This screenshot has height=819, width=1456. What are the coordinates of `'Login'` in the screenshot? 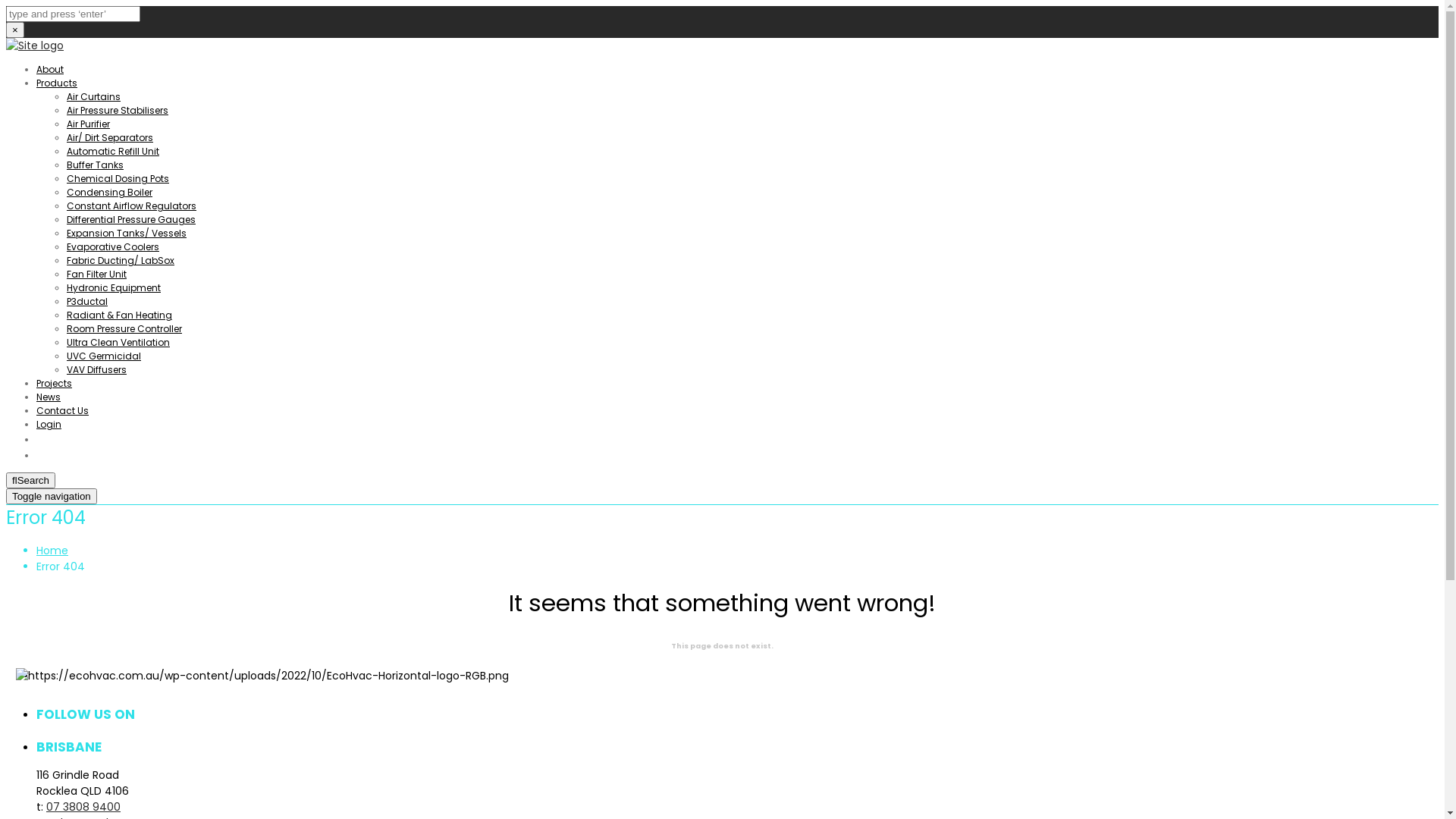 It's located at (49, 424).